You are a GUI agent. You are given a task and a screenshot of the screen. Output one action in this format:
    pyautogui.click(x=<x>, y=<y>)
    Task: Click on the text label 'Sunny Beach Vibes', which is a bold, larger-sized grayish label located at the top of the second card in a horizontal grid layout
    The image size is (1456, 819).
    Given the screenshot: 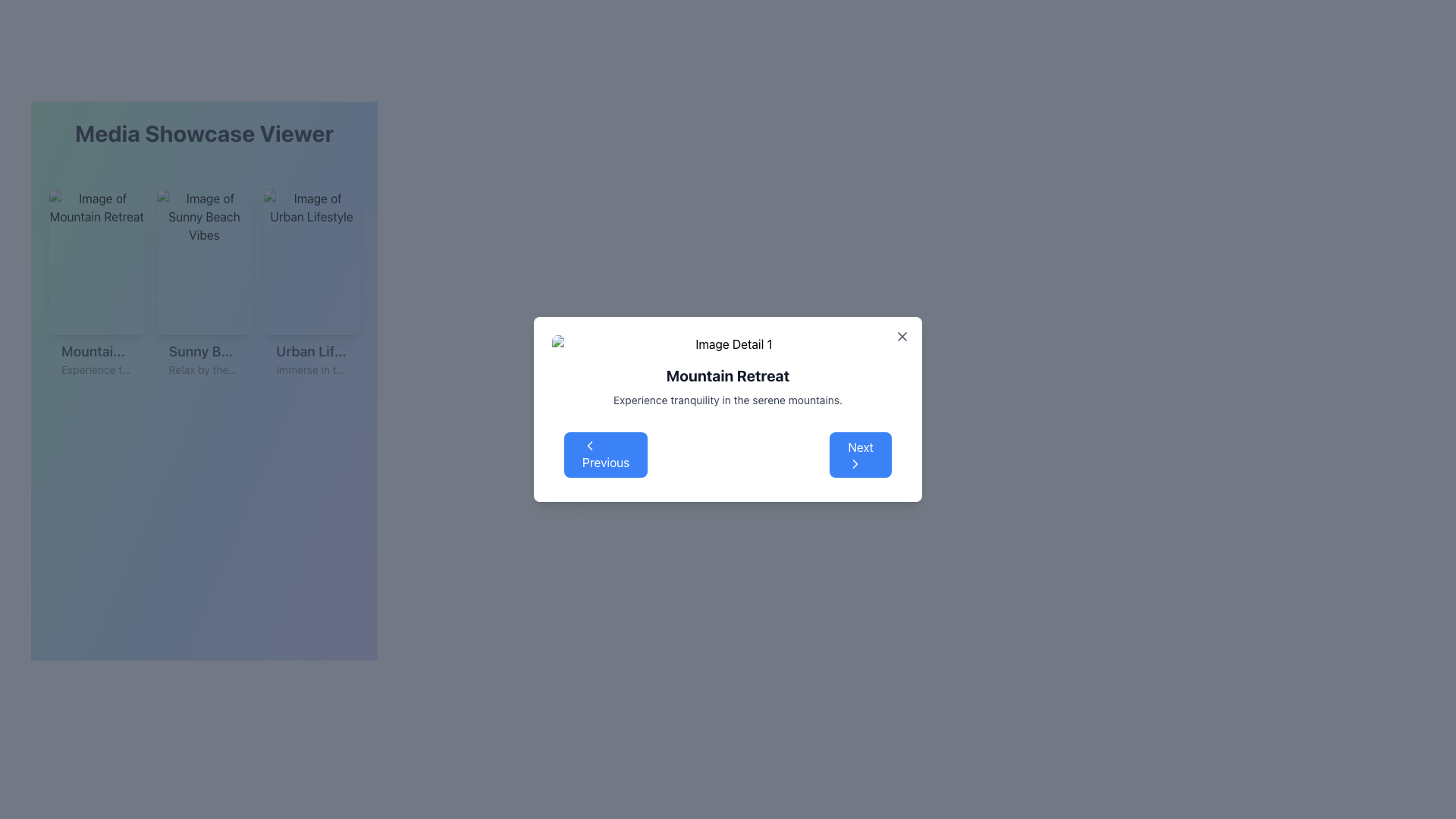 What is the action you would take?
    pyautogui.click(x=203, y=351)
    